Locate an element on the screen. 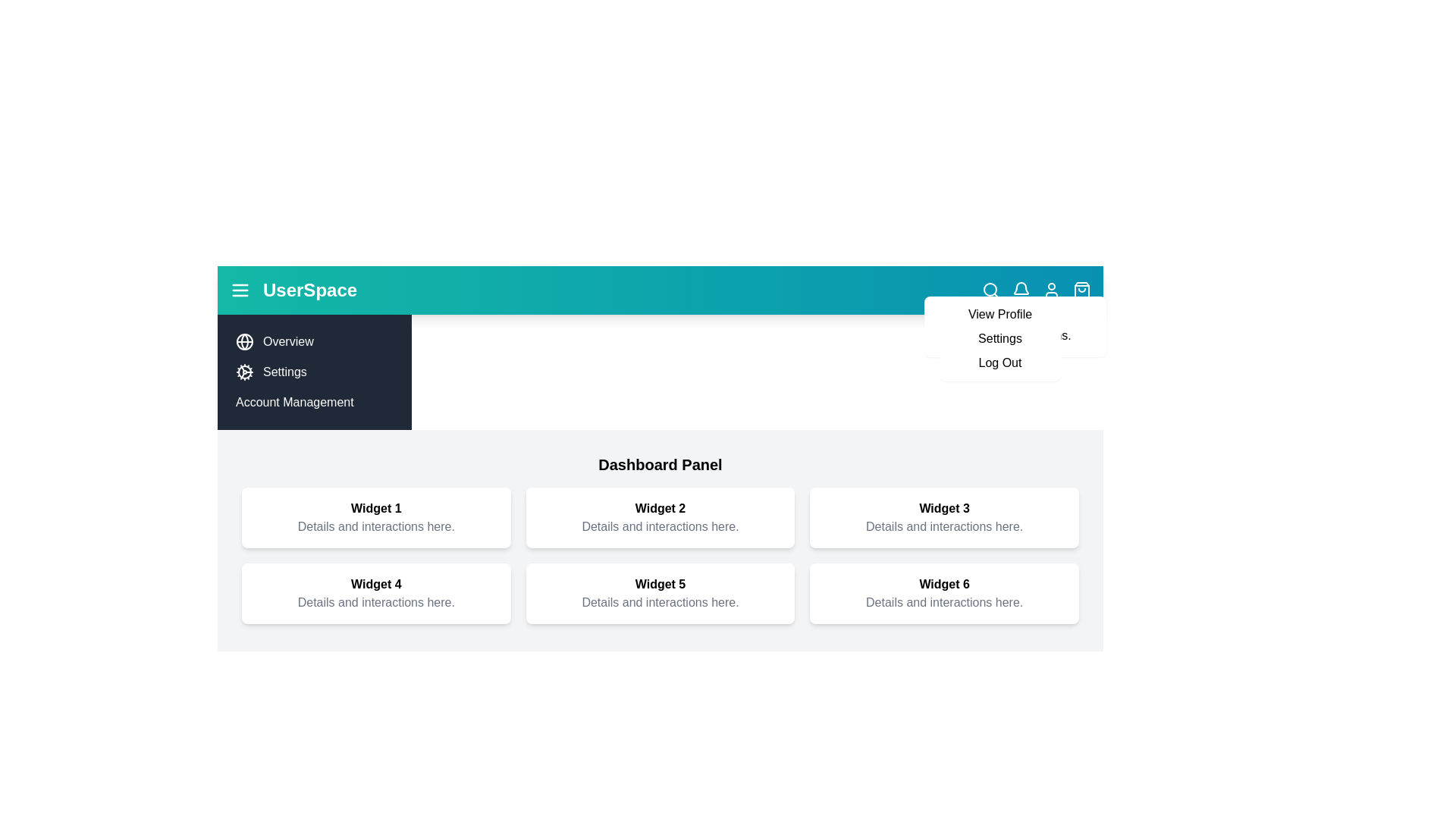  the 'Settings' item in the dropdown menu is located at coordinates (1000, 338).